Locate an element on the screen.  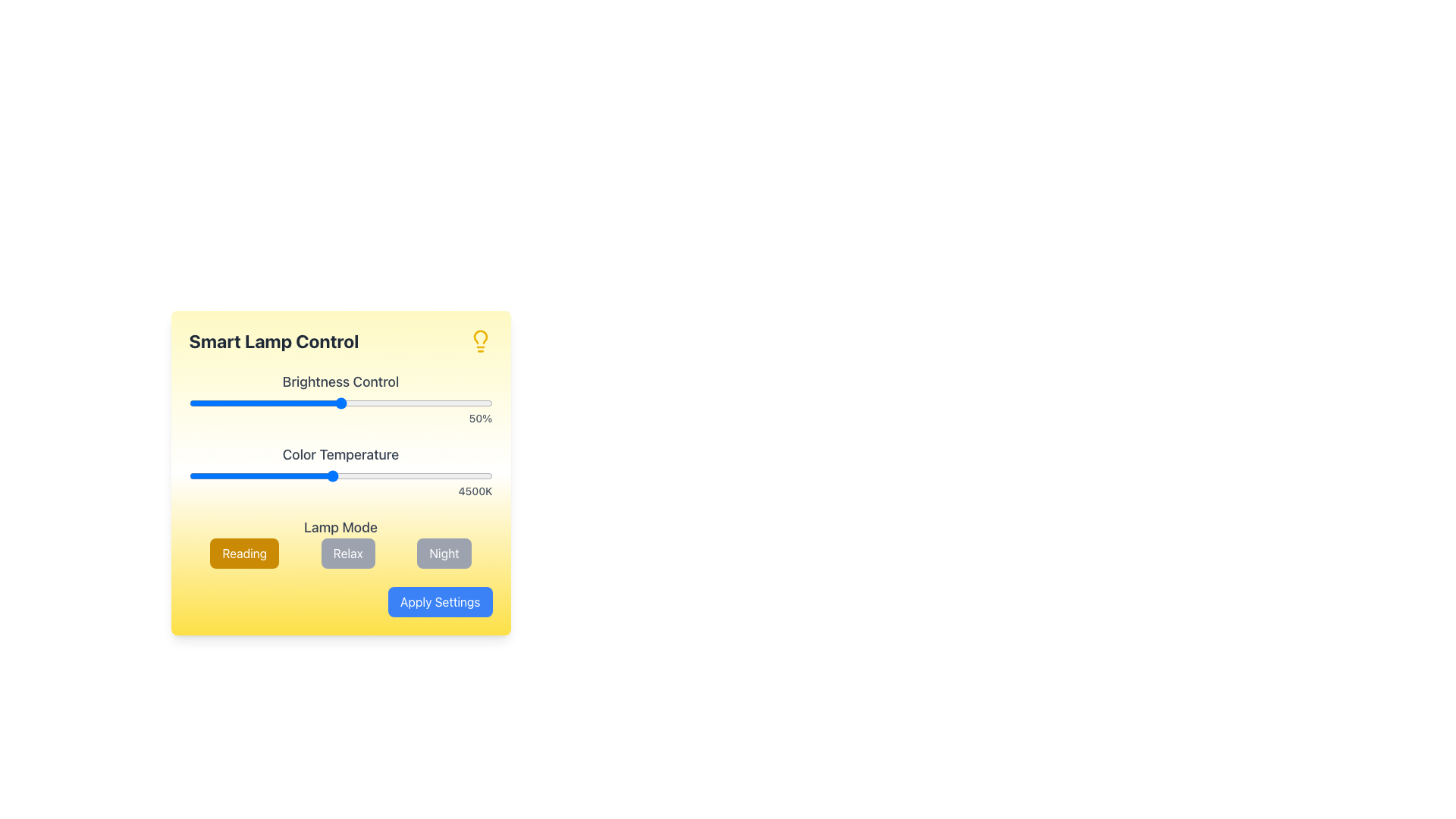
the 'Apply Settings' button, which has rounded corners, a blue background, and white text, located at the bottom-right corner of the 'Smart Lamp Control' card is located at coordinates (439, 601).